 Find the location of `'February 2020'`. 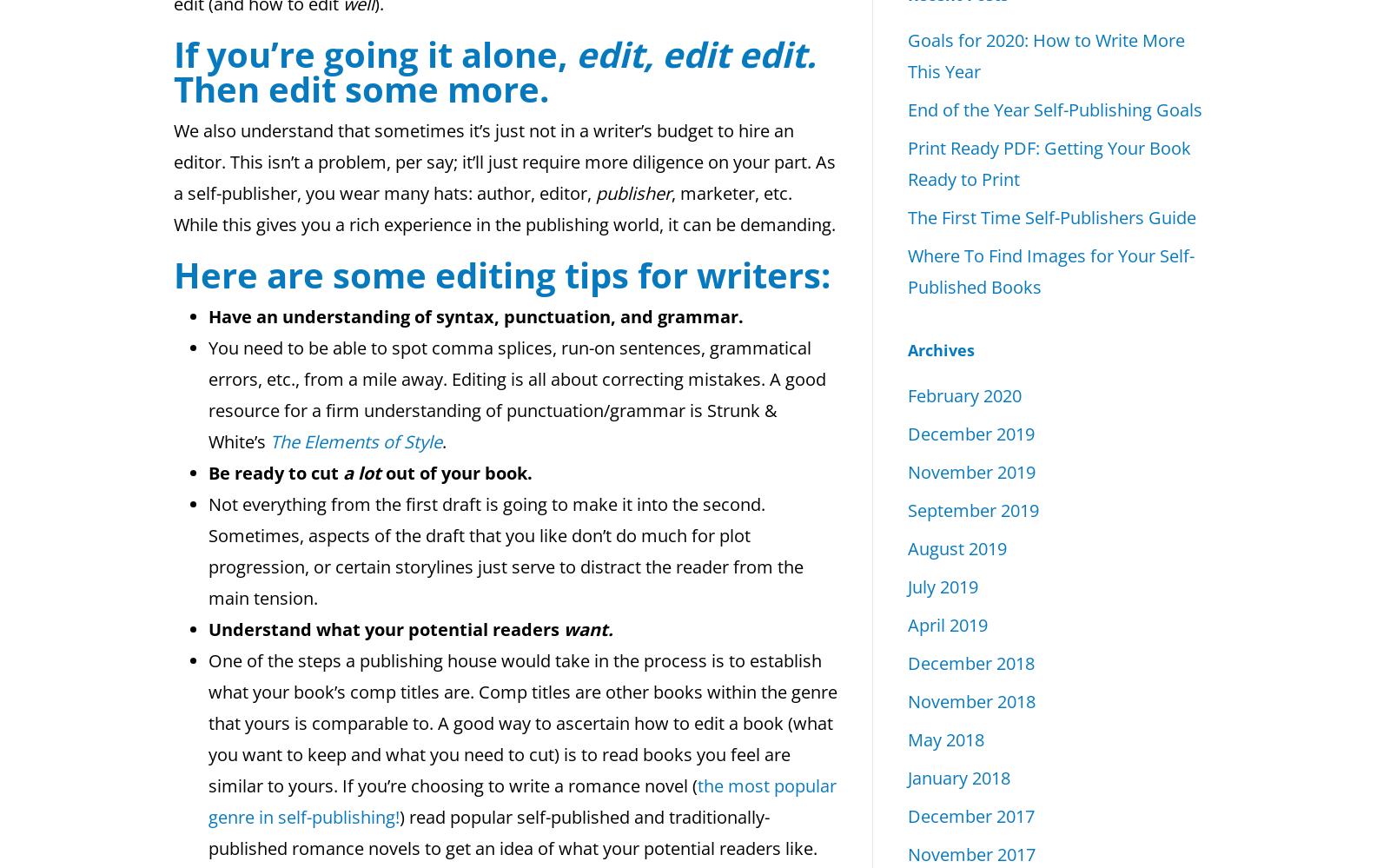

'February 2020' is located at coordinates (907, 394).